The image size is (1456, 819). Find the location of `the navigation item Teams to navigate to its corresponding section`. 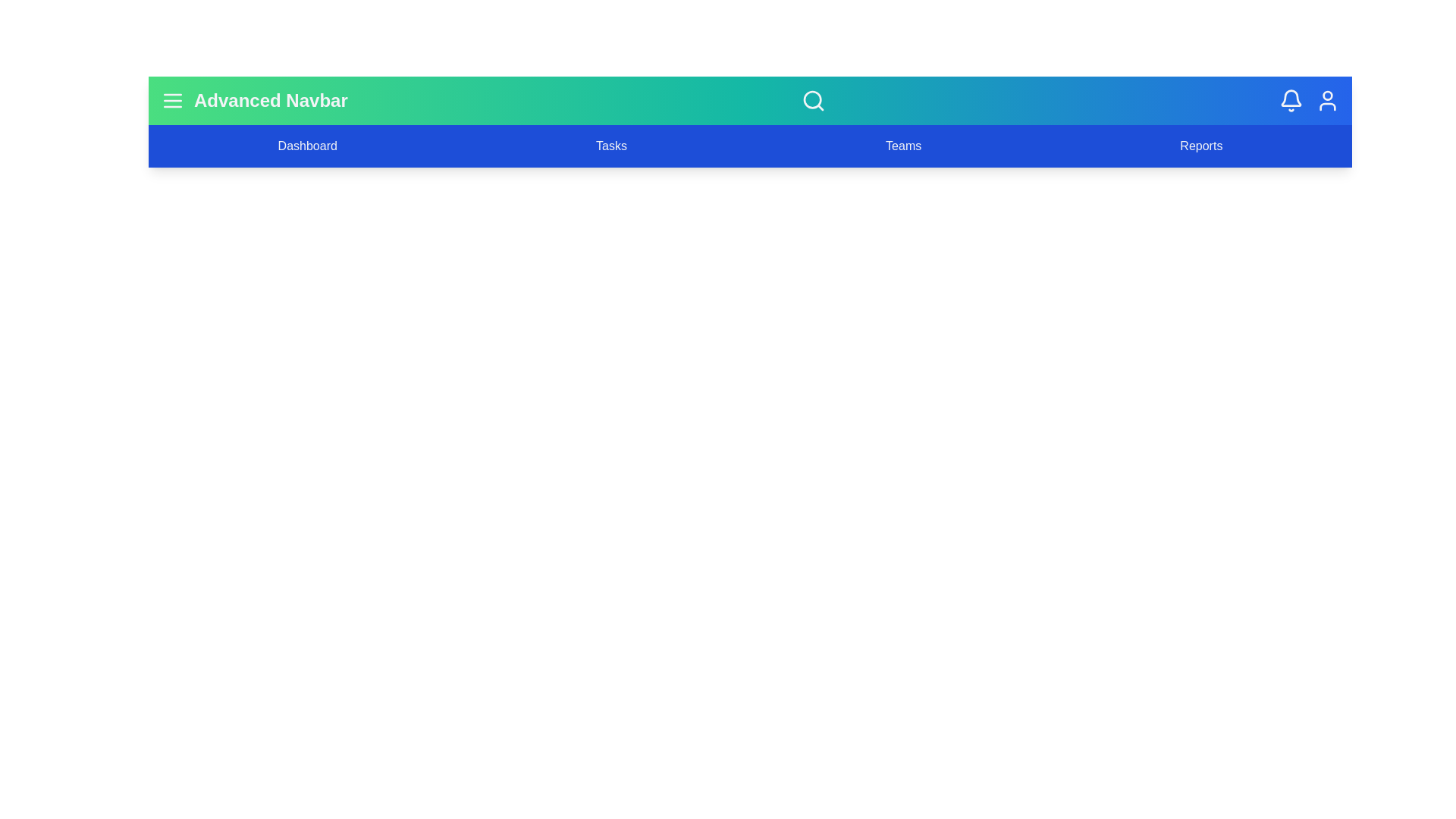

the navigation item Teams to navigate to its corresponding section is located at coordinates (903, 146).